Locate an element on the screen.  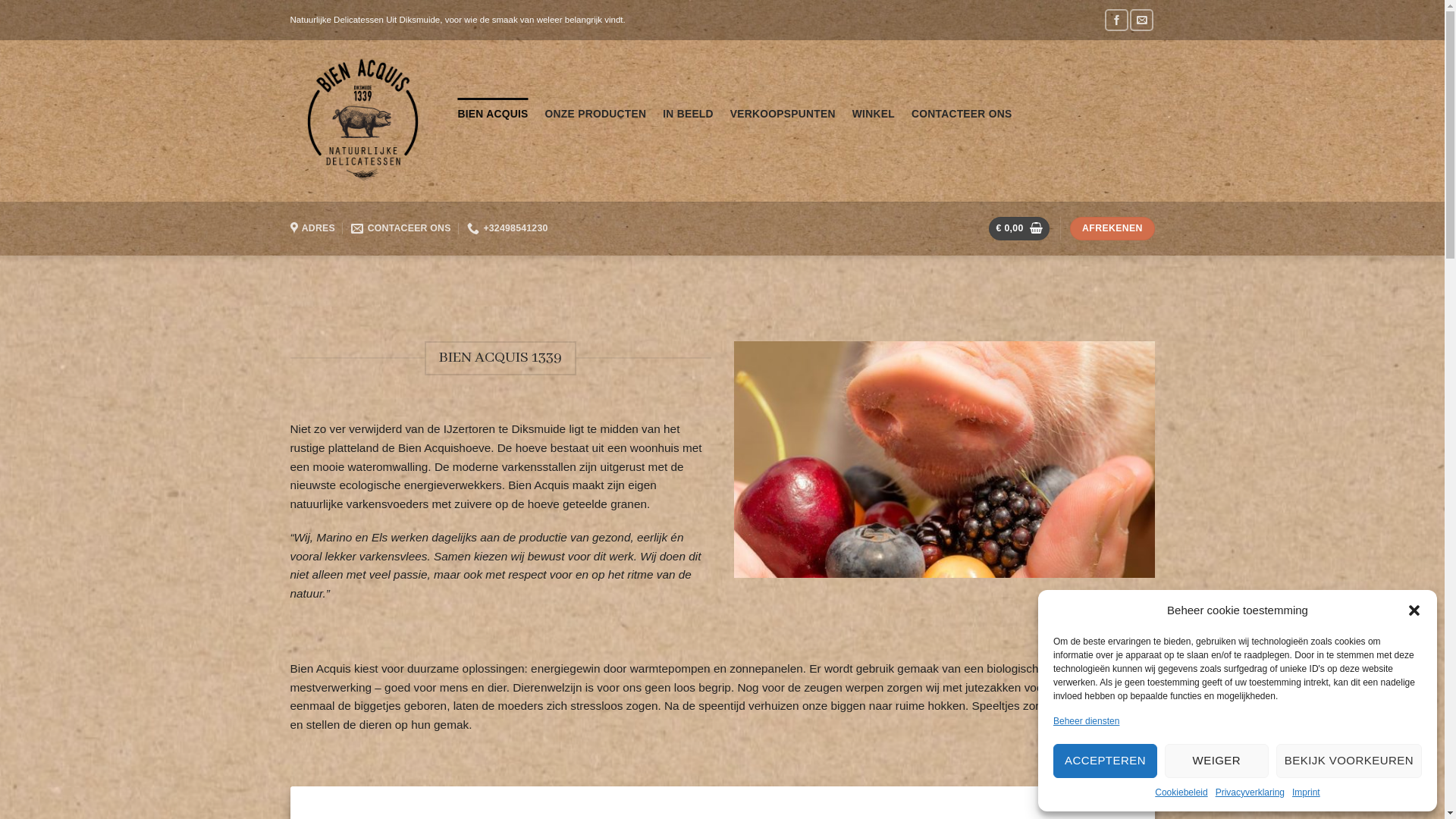
'BEKIJK VOORKEUREN' is located at coordinates (1349, 761).